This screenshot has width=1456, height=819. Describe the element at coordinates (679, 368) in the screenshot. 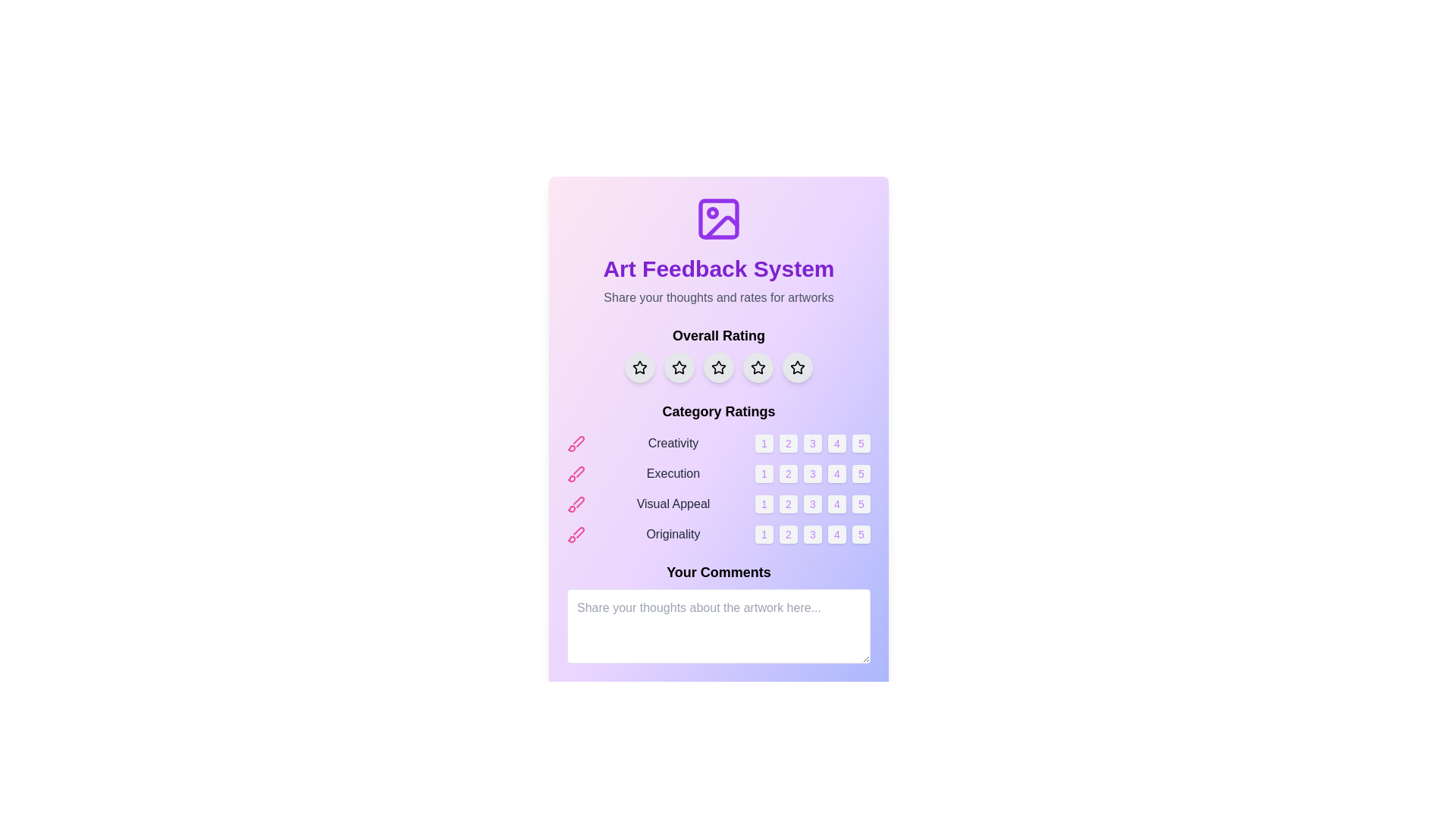

I see `the second circular button with a gray background and a black outlined star icon under the 'Overall Rating' heading to set a rating` at that location.